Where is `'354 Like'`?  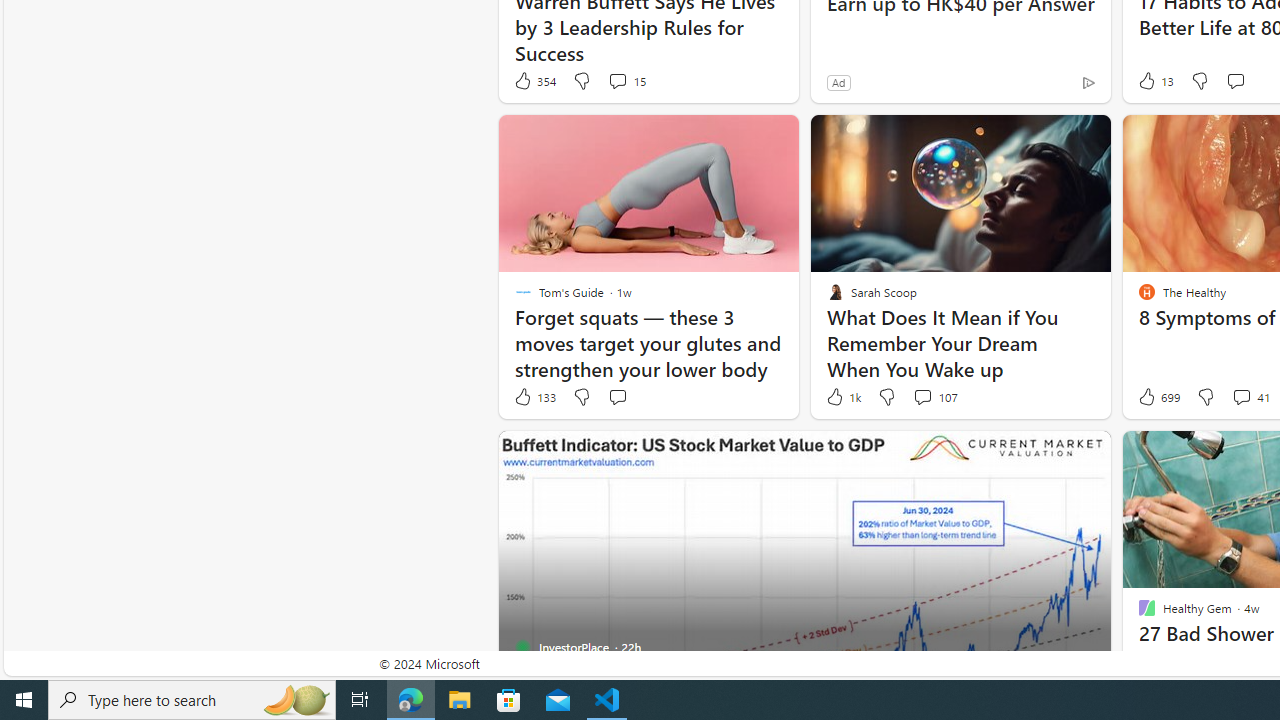 '354 Like' is located at coordinates (534, 80).